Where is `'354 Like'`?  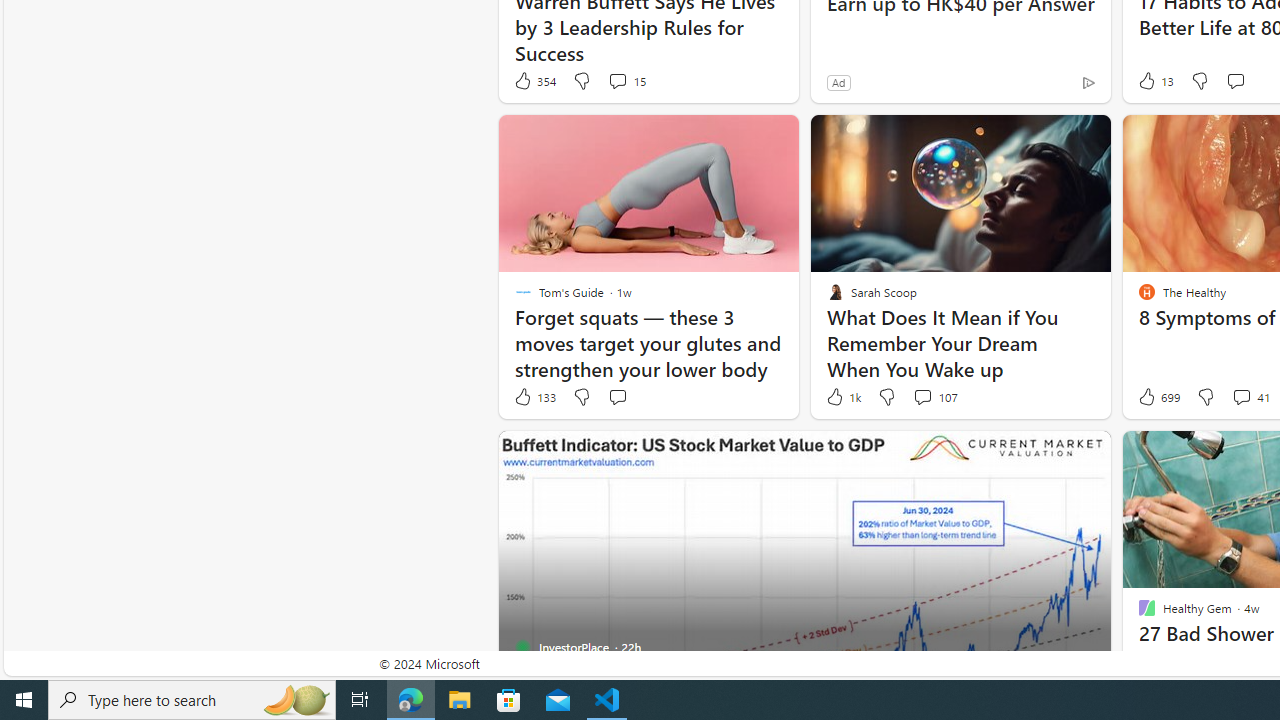 '354 Like' is located at coordinates (534, 80).